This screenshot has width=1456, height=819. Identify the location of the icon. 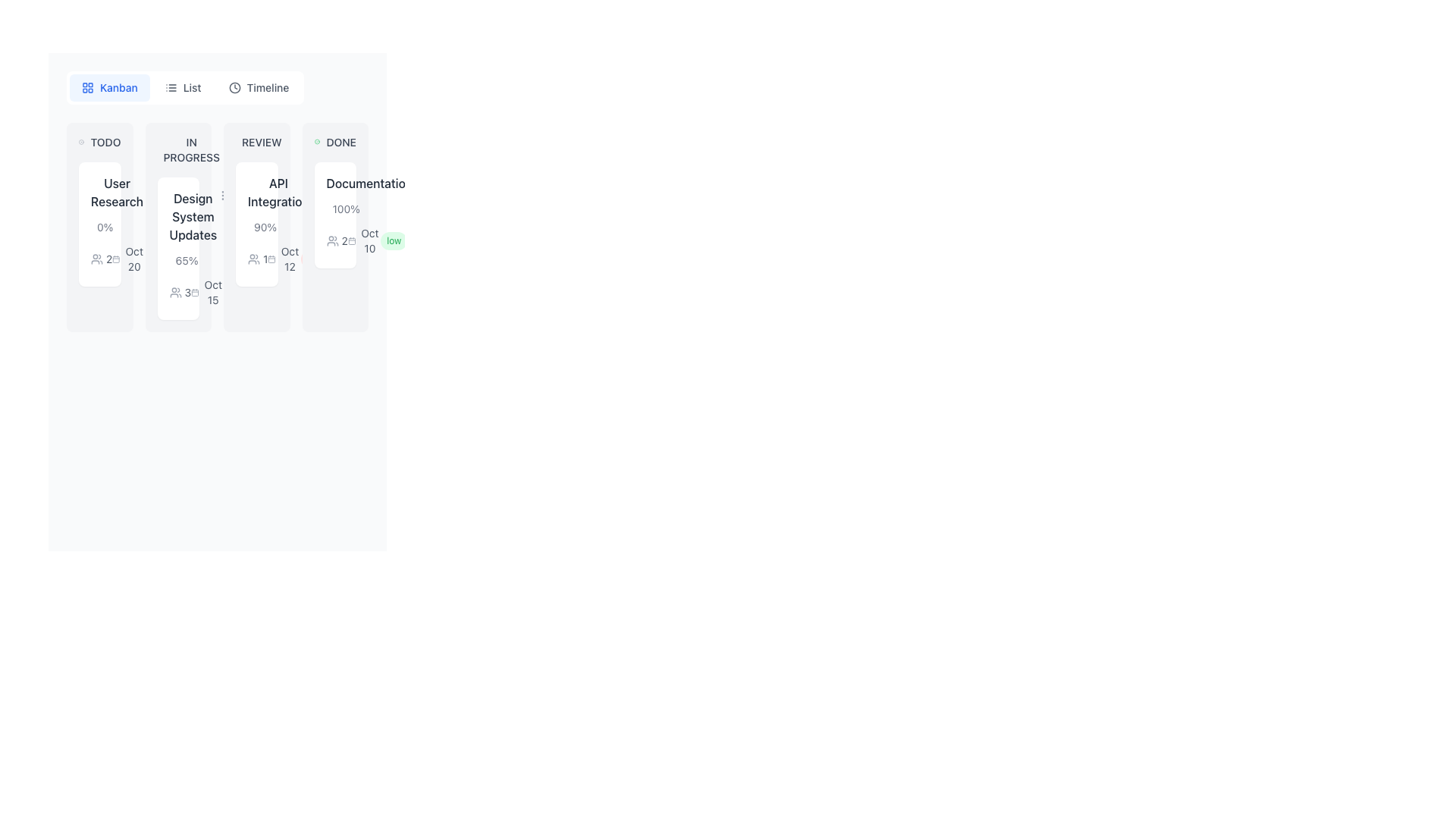
(194, 292).